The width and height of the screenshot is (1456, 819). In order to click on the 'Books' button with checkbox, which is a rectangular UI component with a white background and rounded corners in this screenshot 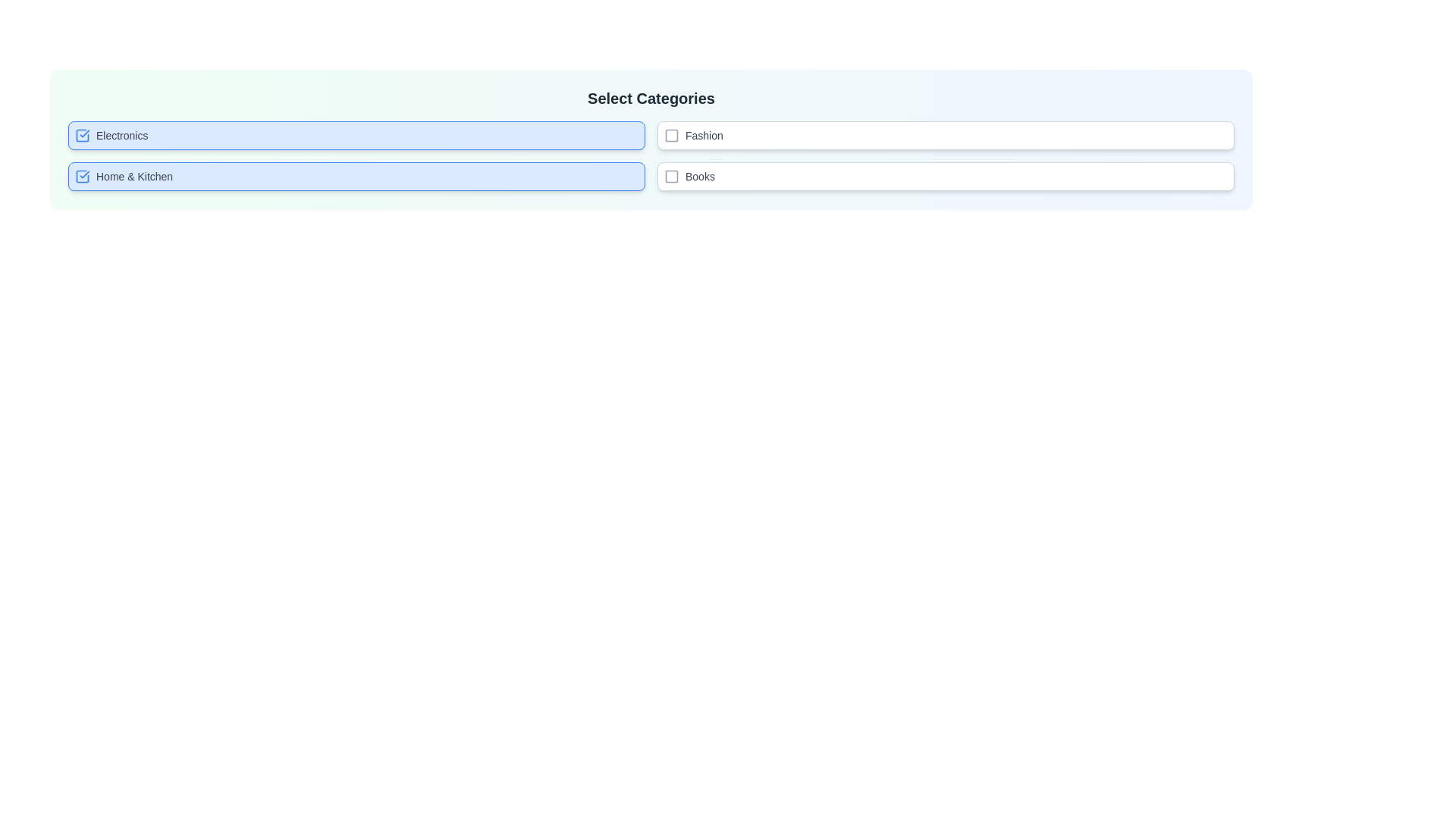, I will do `click(945, 175)`.